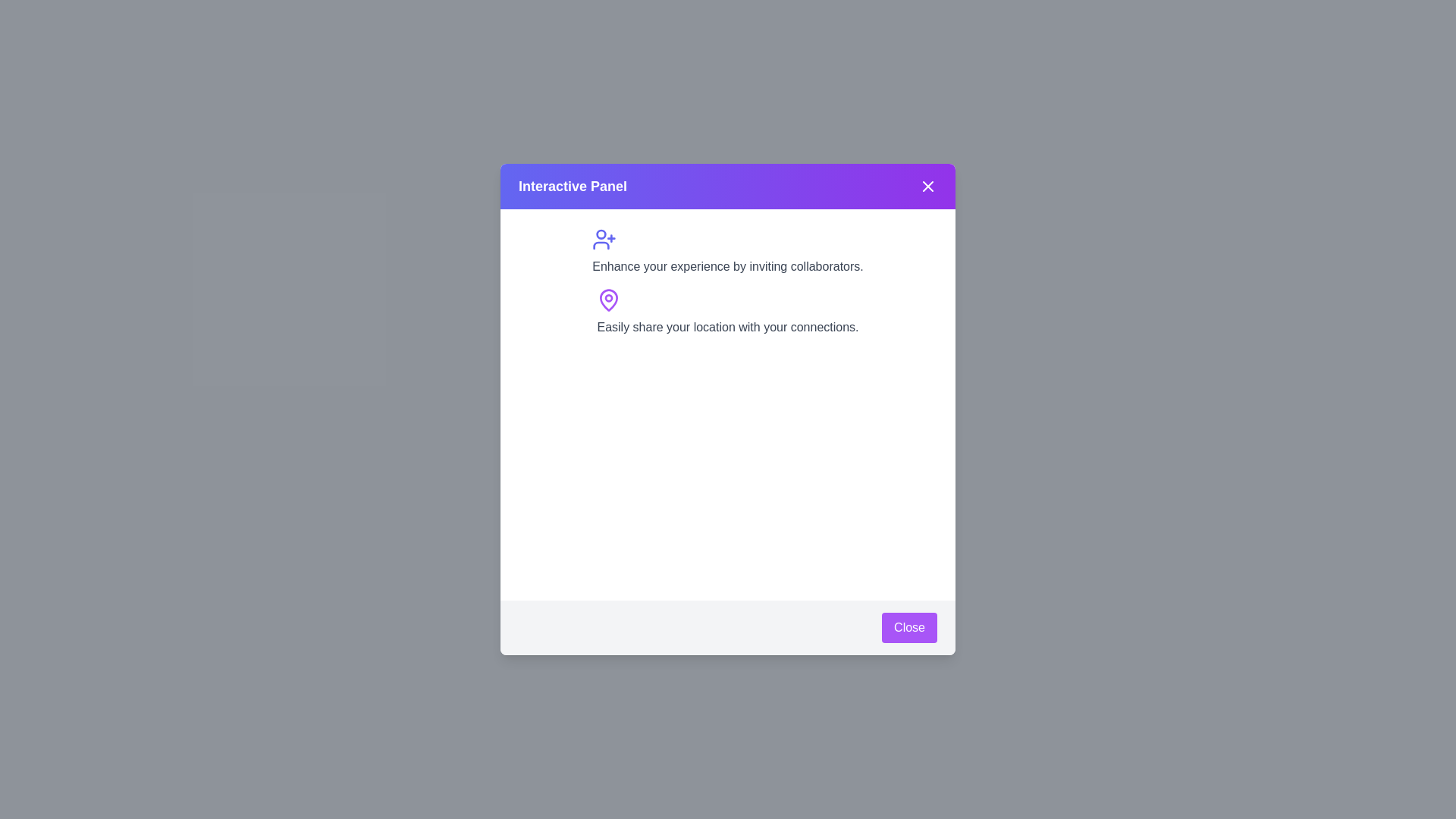  I want to click on the 'Interactive Panel' text label, which is a bold and large white title located at the top-left of the header bar in the modal window, so click(572, 186).